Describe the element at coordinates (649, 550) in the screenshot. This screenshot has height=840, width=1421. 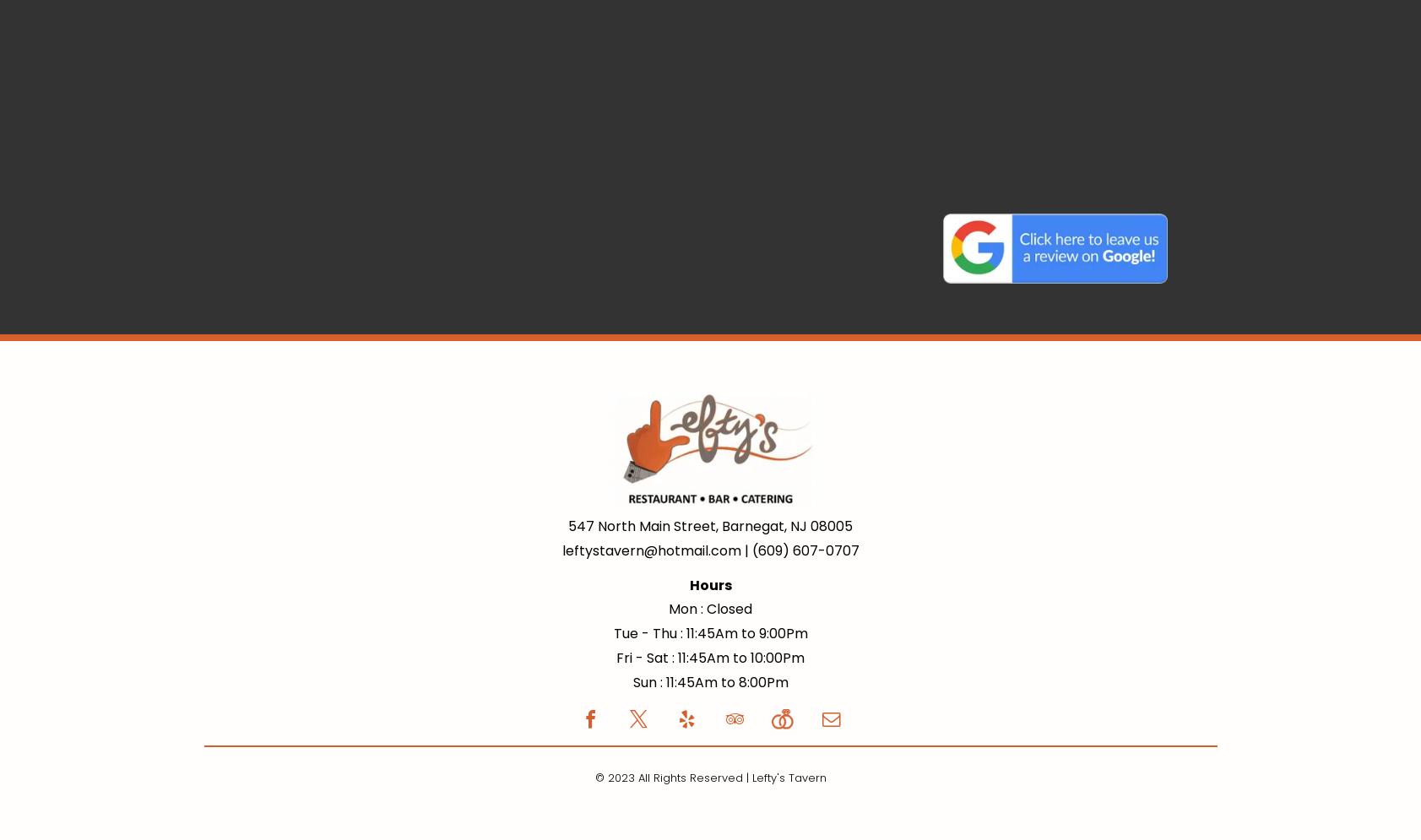
I see `'leftystavern@hotmail.com'` at that location.